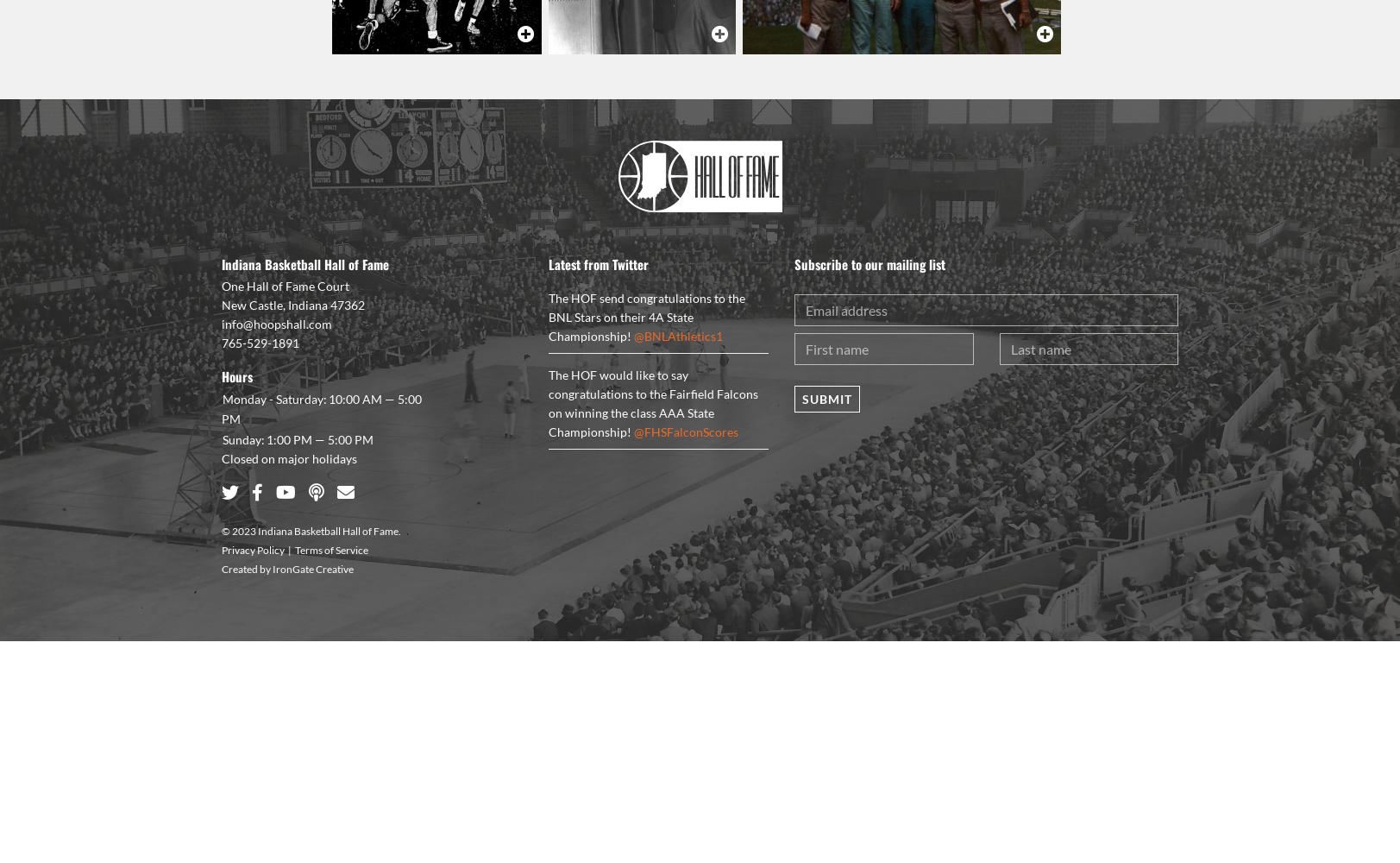 The height and width of the screenshot is (863, 1400). What do you see at coordinates (869, 263) in the screenshot?
I see `'Subscribe to our mailing list'` at bounding box center [869, 263].